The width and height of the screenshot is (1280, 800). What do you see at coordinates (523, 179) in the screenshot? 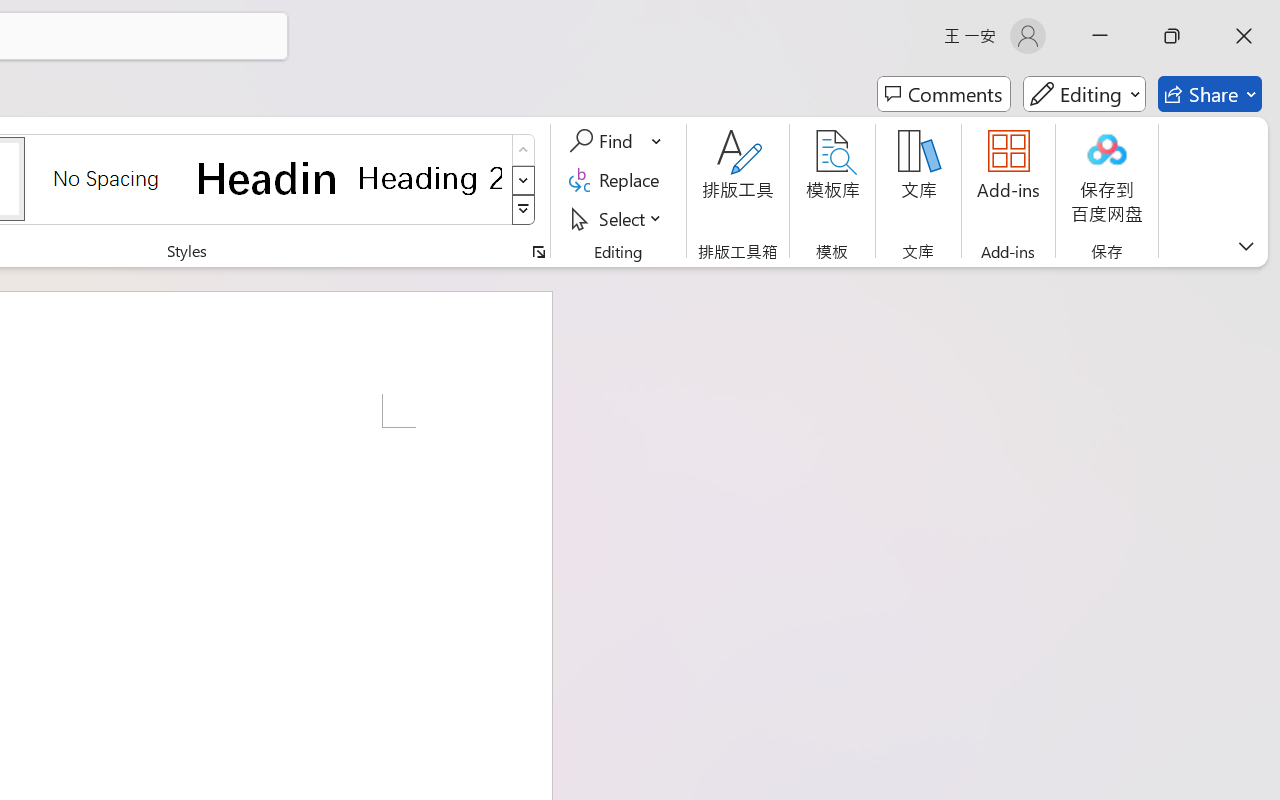
I see `'Row Down'` at bounding box center [523, 179].